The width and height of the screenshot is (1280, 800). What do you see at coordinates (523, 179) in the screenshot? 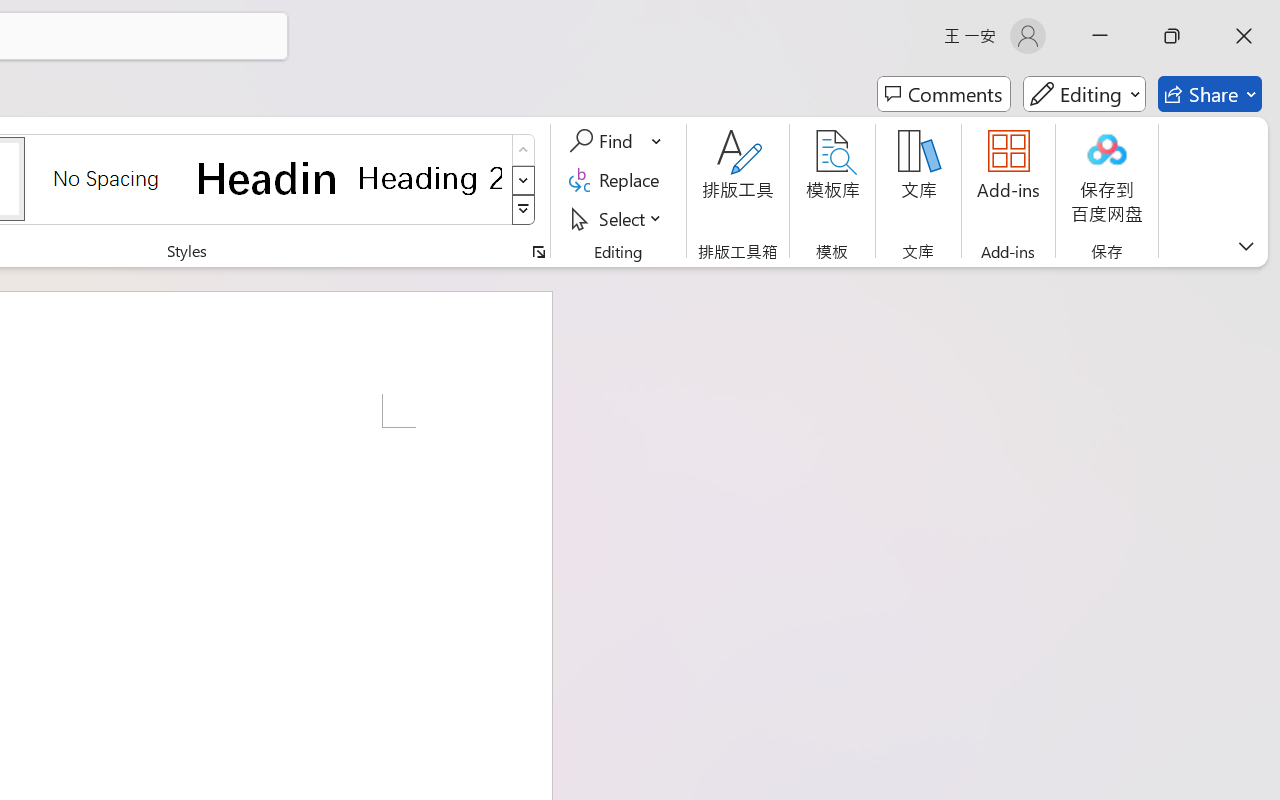
I see `'Row Down'` at bounding box center [523, 179].